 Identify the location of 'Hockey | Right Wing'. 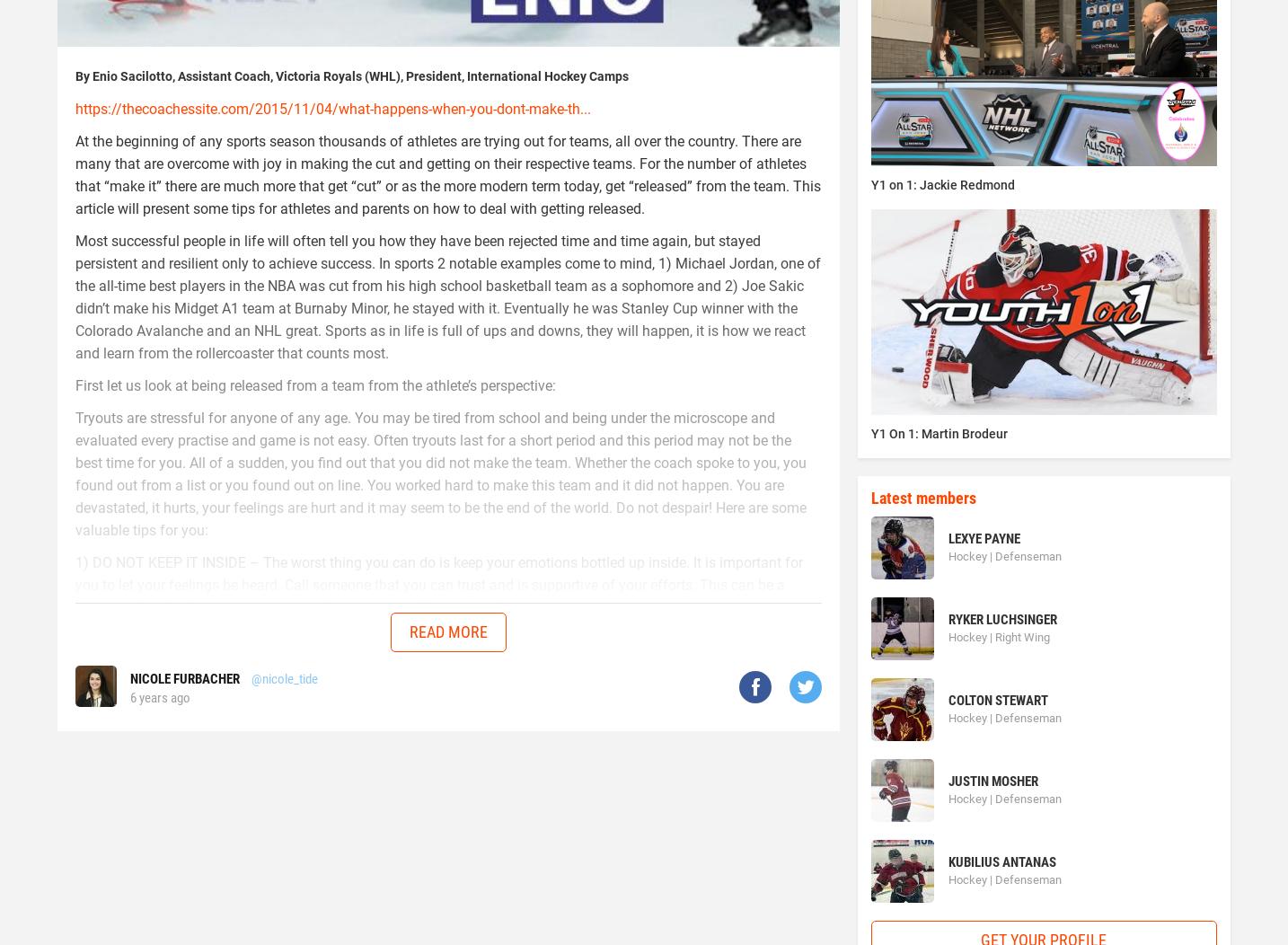
(998, 637).